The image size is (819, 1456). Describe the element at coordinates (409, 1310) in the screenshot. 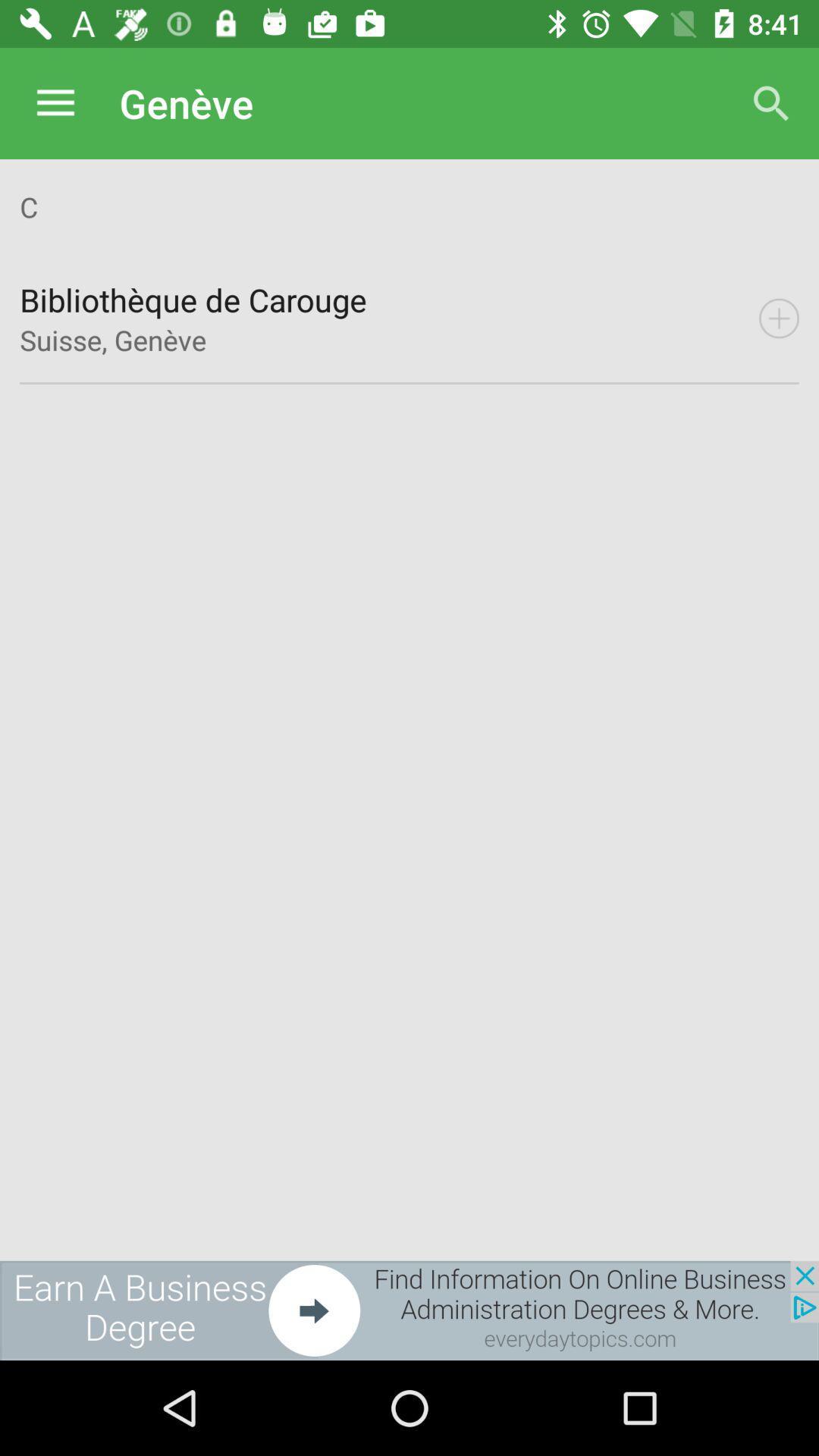

I see `click advertisement` at that location.